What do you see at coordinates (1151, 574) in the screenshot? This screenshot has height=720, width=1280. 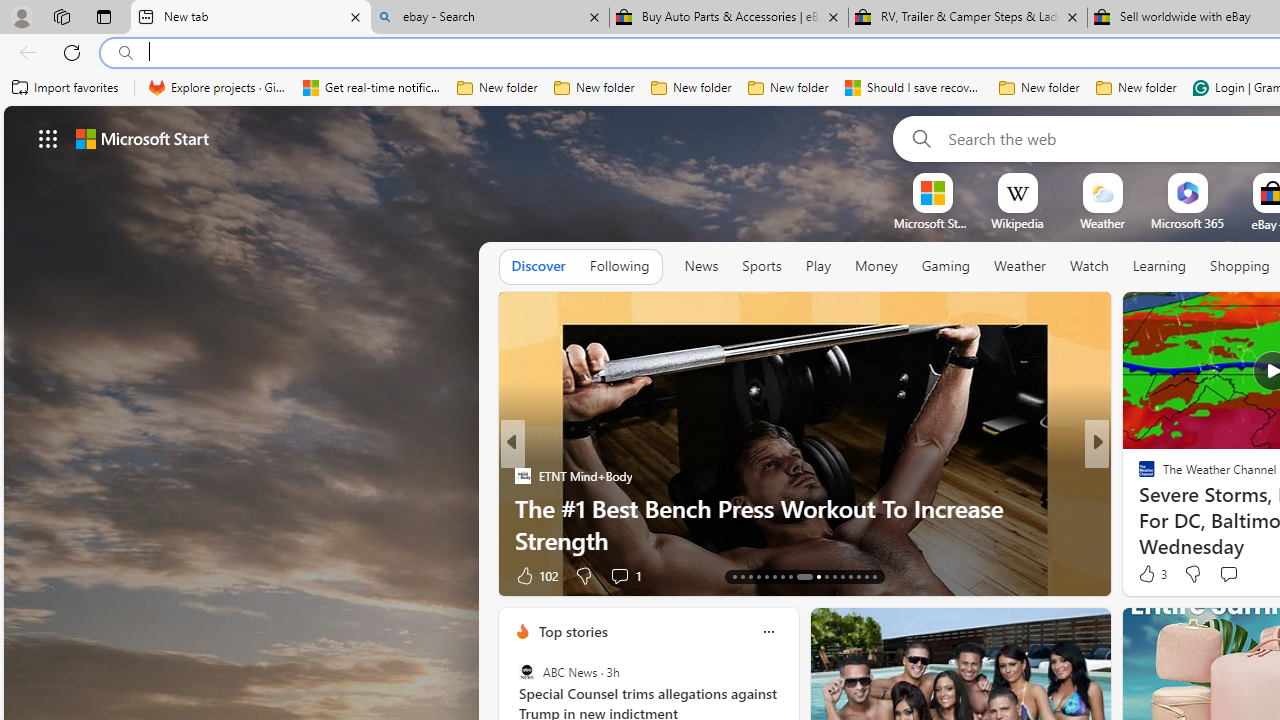 I see `'3 Like'` at bounding box center [1151, 574].